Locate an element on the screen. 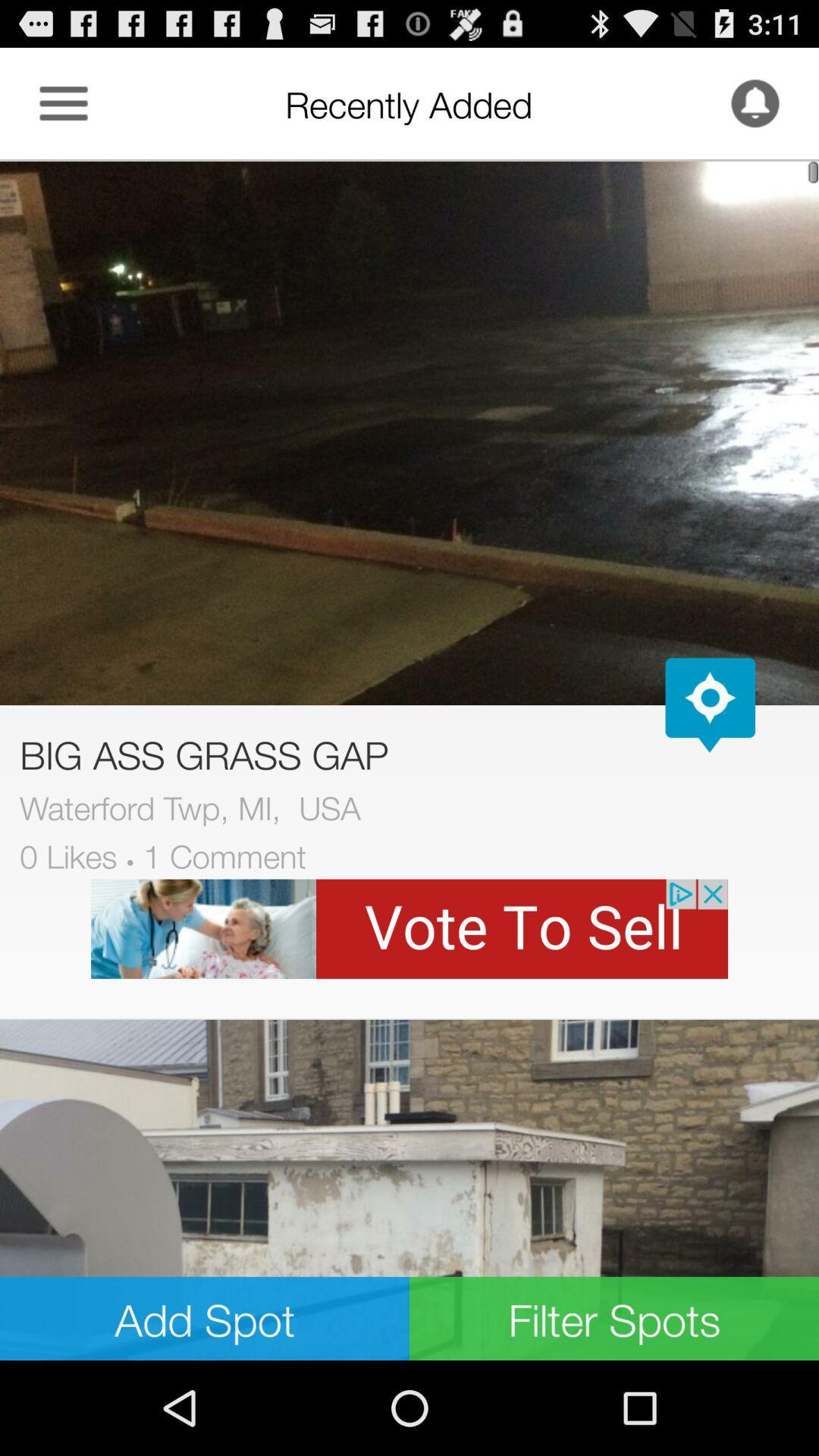  notifications is located at coordinates (755, 102).